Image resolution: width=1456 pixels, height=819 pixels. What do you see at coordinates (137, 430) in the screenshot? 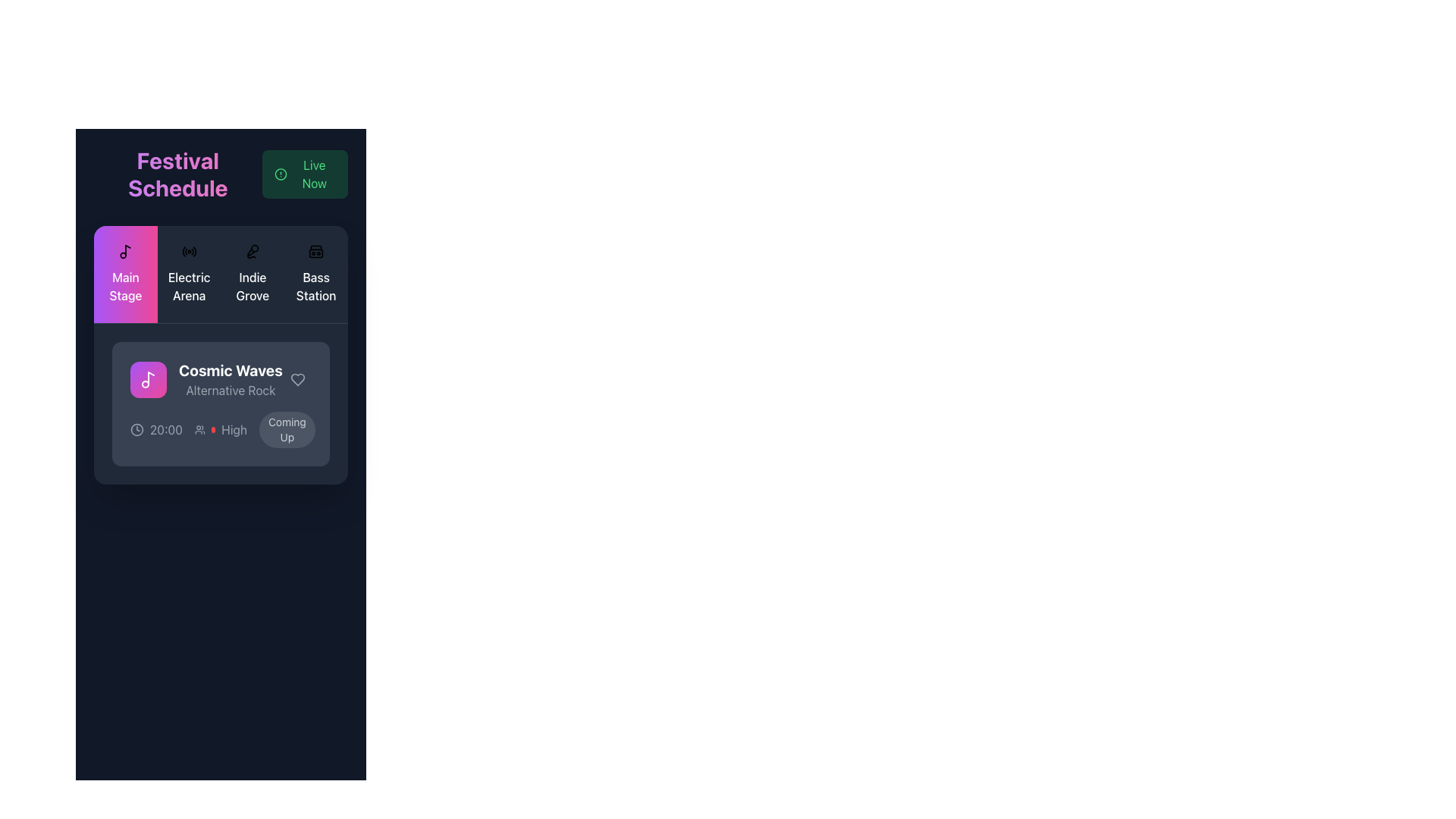
I see `the graphical clock icon located in the bottom left corner of the event card interface, which symbolizes schedule or event timing` at bounding box center [137, 430].